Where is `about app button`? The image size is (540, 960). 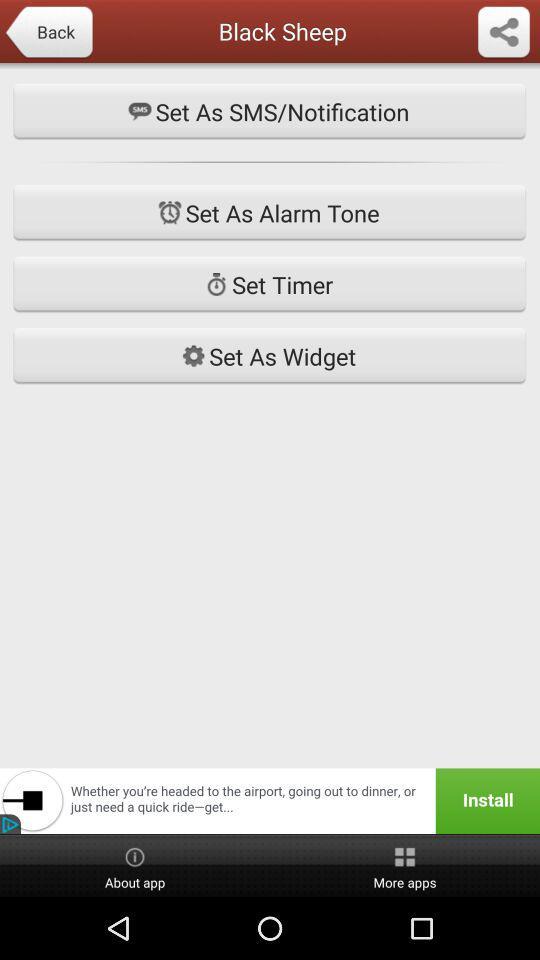
about app button is located at coordinates (135, 865).